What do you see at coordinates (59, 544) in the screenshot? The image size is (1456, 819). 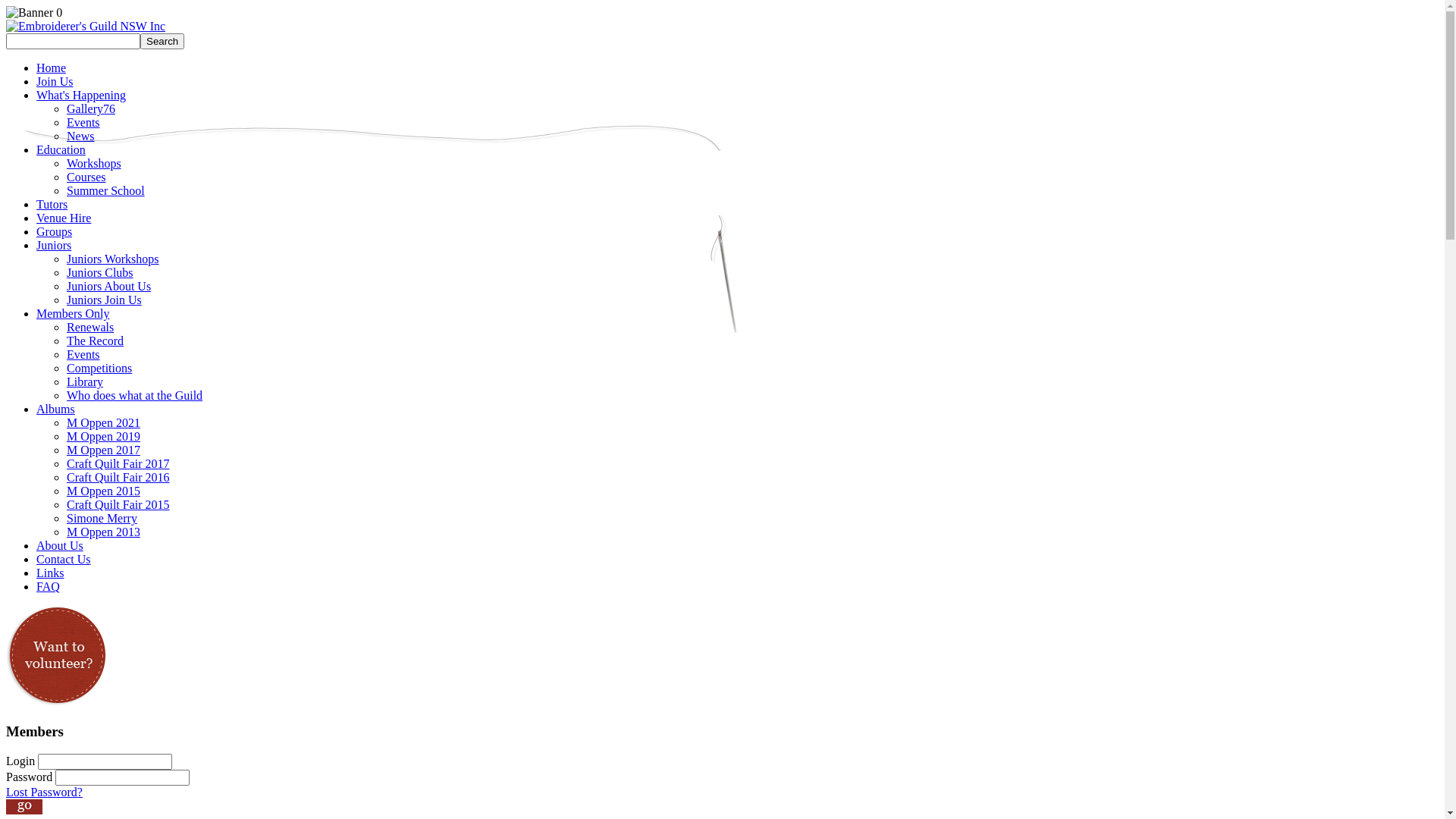 I see `'About Us'` at bounding box center [59, 544].